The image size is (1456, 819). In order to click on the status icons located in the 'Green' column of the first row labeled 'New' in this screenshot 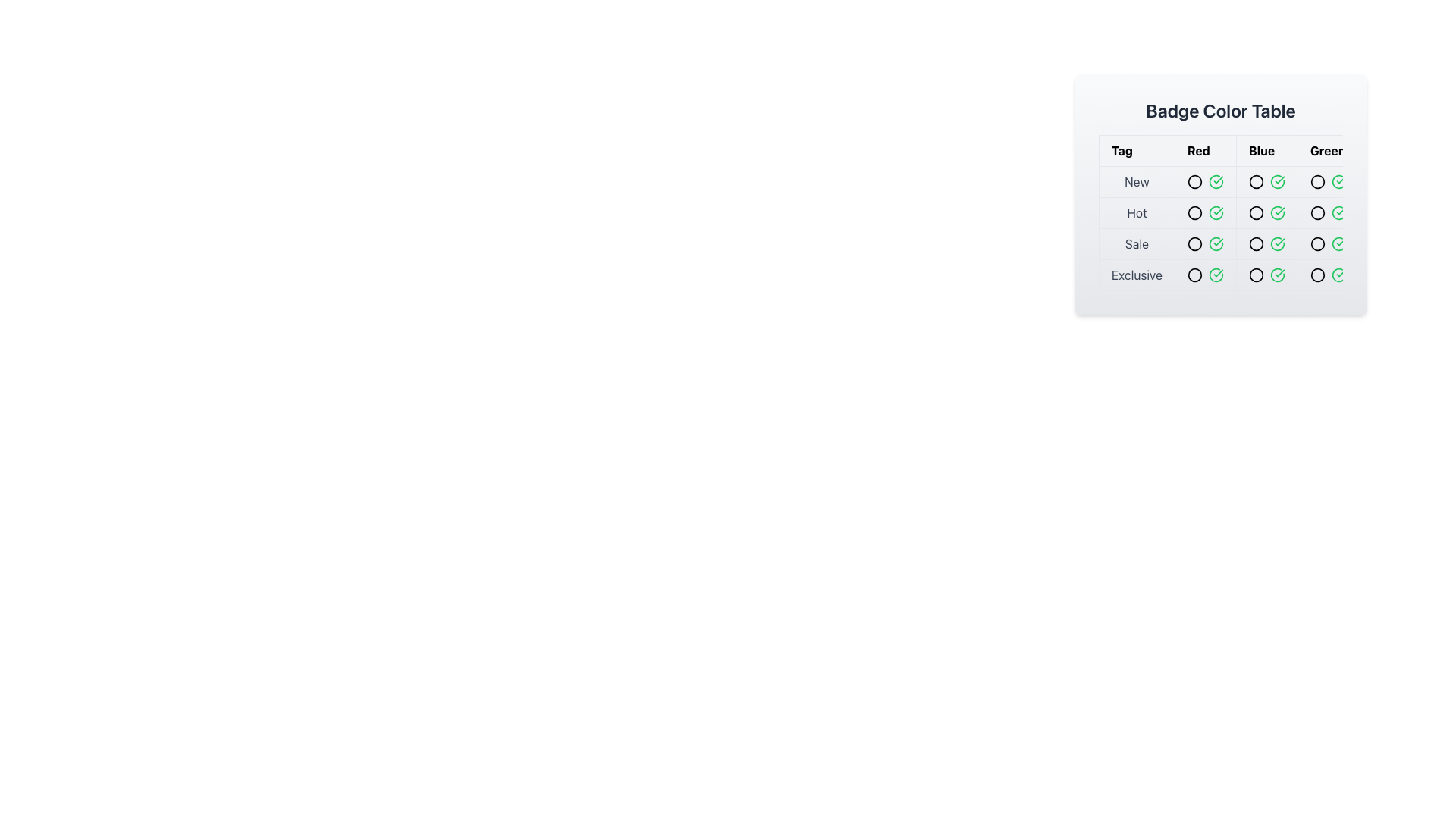, I will do `click(1327, 180)`.